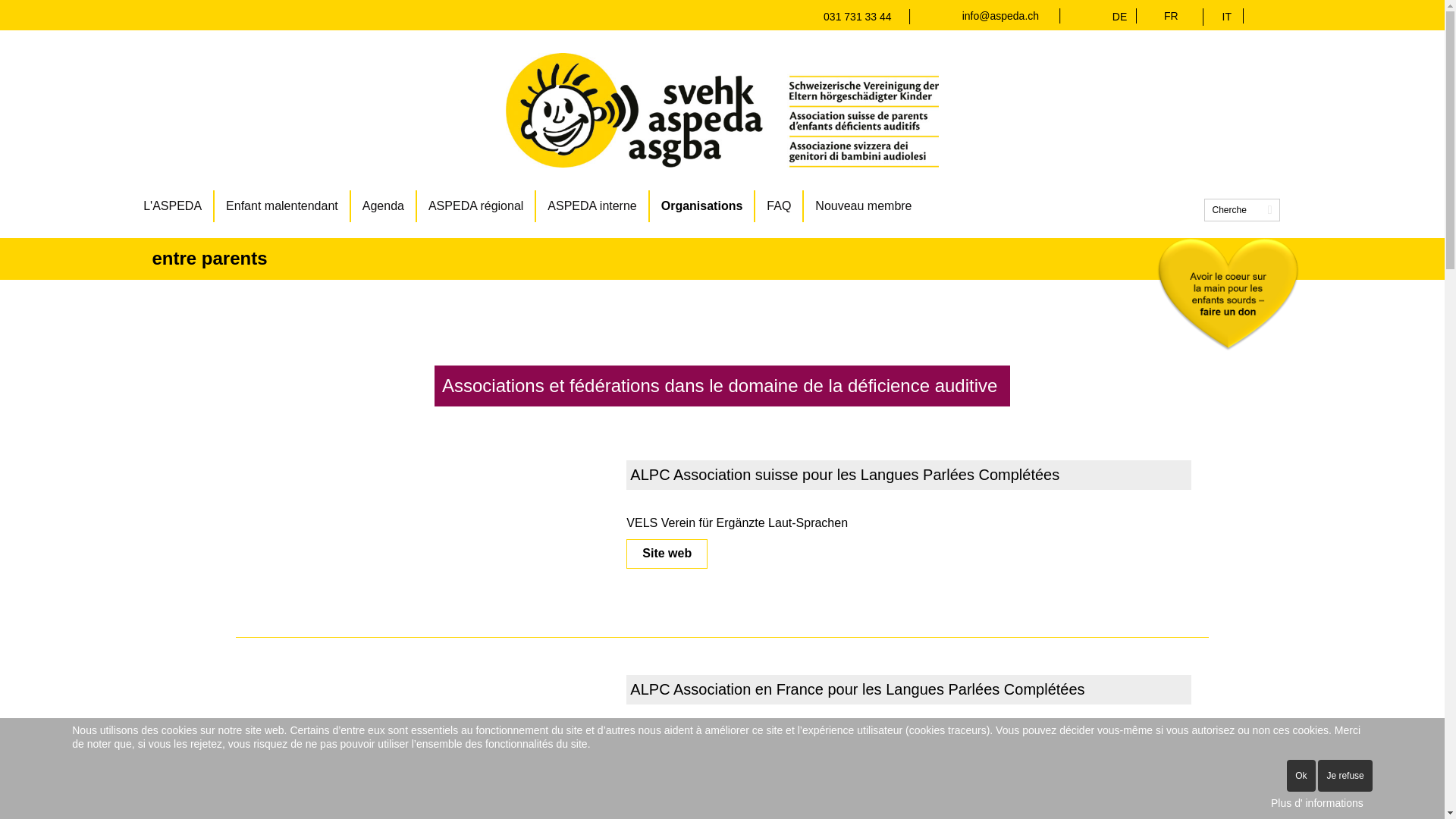 The width and height of the screenshot is (1456, 819). What do you see at coordinates (863, 206) in the screenshot?
I see `'Nouveau membre'` at bounding box center [863, 206].